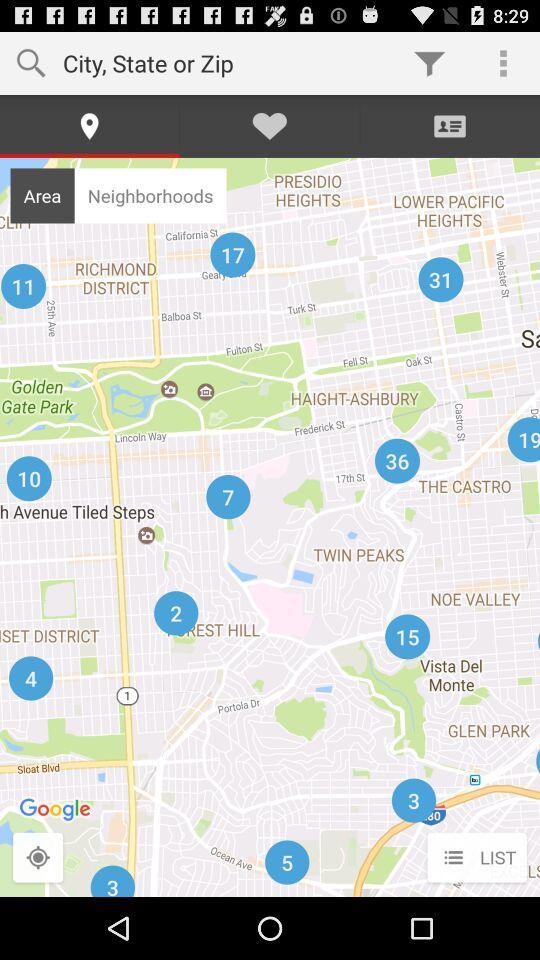 The image size is (540, 960). What do you see at coordinates (38, 857) in the screenshot?
I see `search area` at bounding box center [38, 857].